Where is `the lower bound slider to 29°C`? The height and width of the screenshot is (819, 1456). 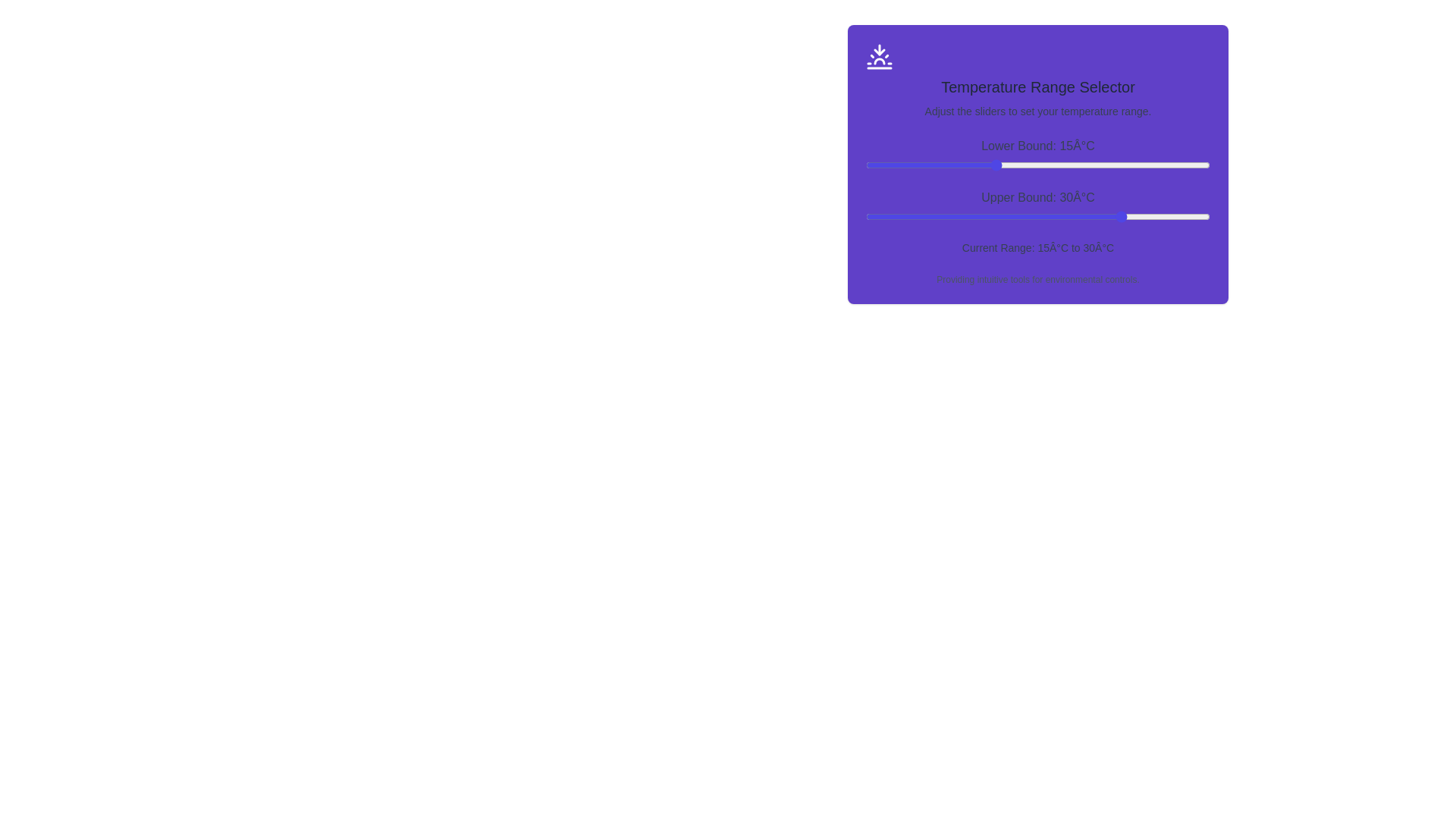 the lower bound slider to 29°C is located at coordinates (1116, 165).